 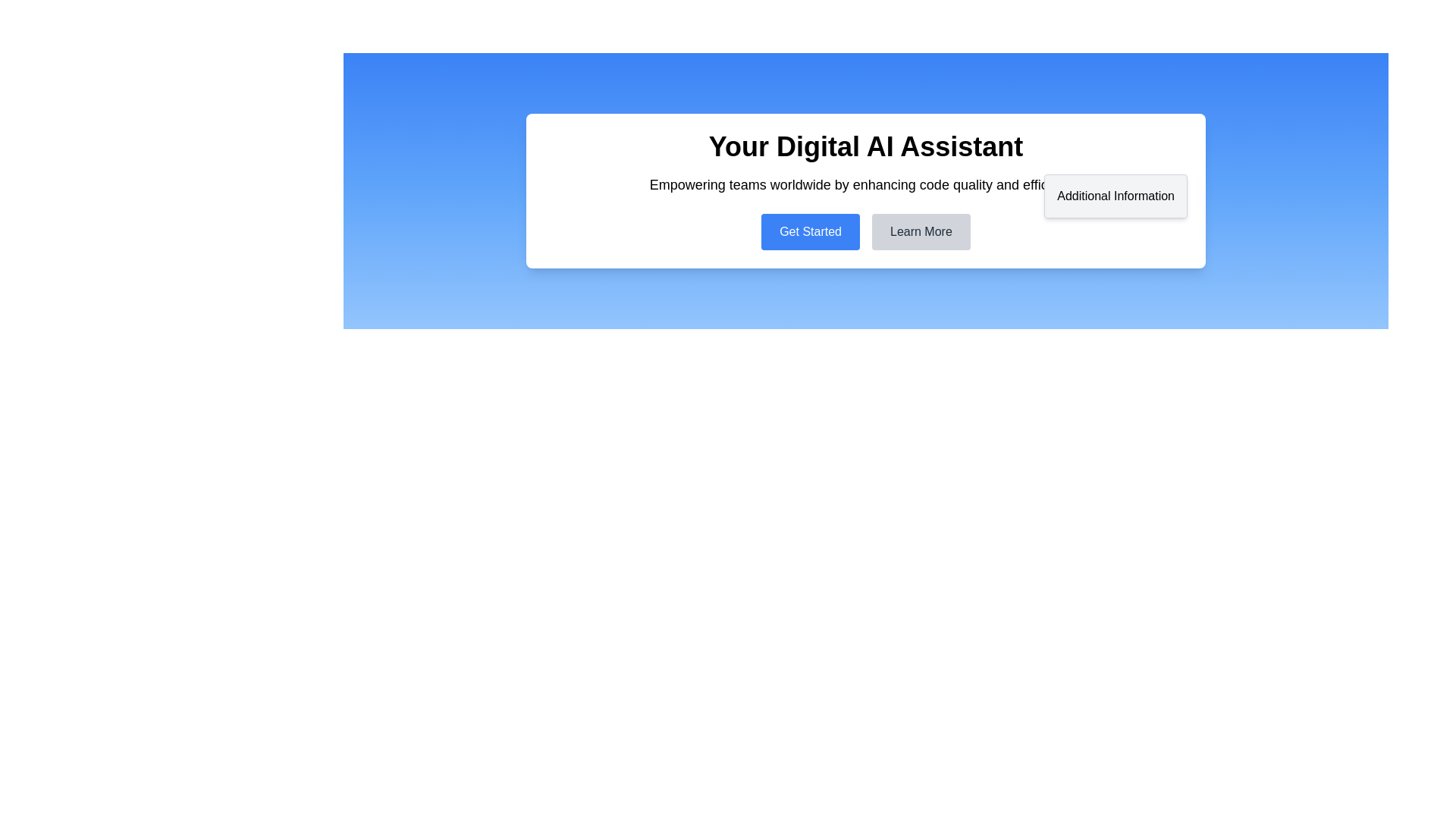 I want to click on the 'Get Started' button, so click(x=810, y=231).